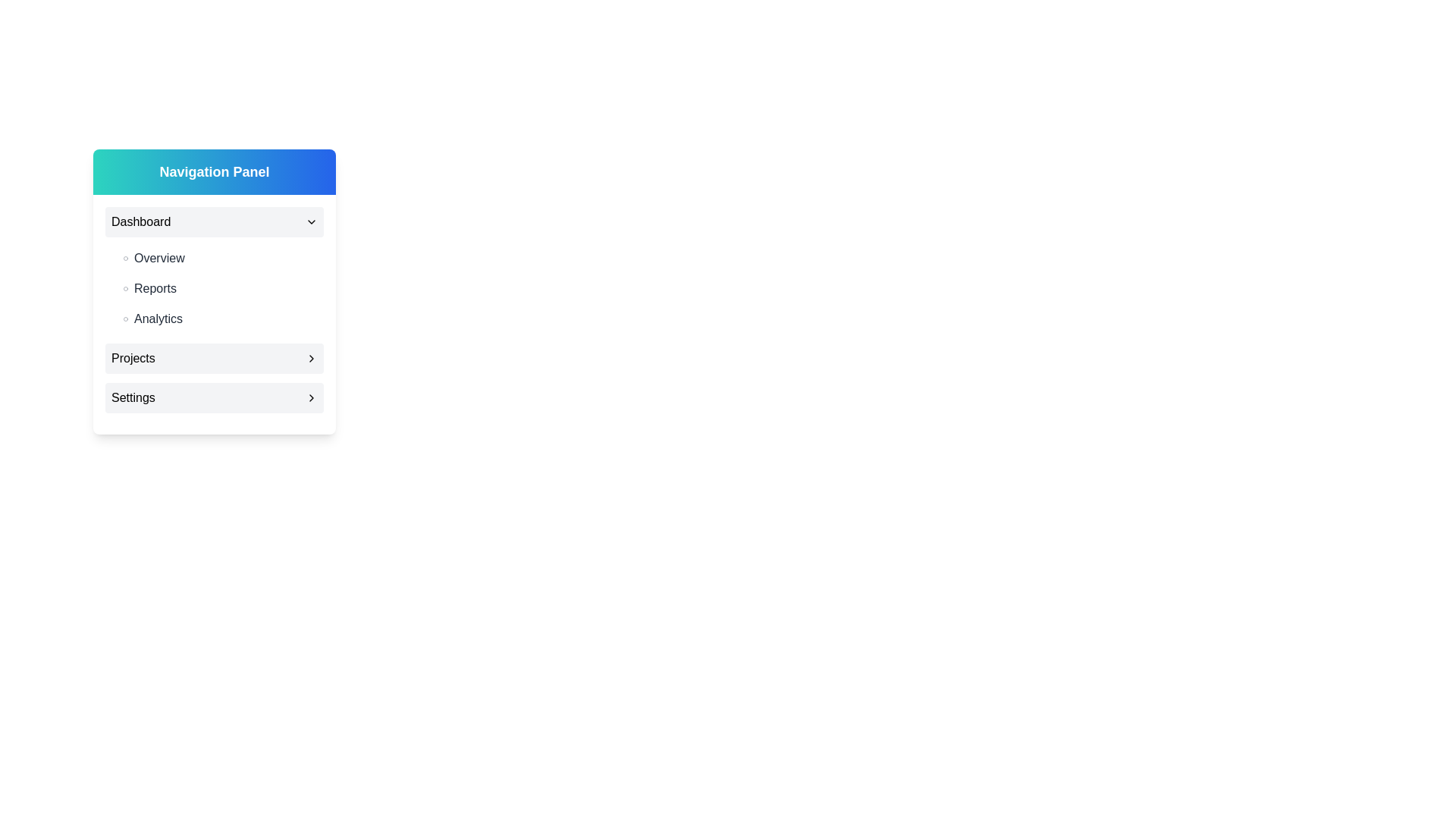 The width and height of the screenshot is (1456, 819). What do you see at coordinates (311, 359) in the screenshot?
I see `the right-facing chevron indicator icon located within the 'Projects' button for visual feedback` at bounding box center [311, 359].